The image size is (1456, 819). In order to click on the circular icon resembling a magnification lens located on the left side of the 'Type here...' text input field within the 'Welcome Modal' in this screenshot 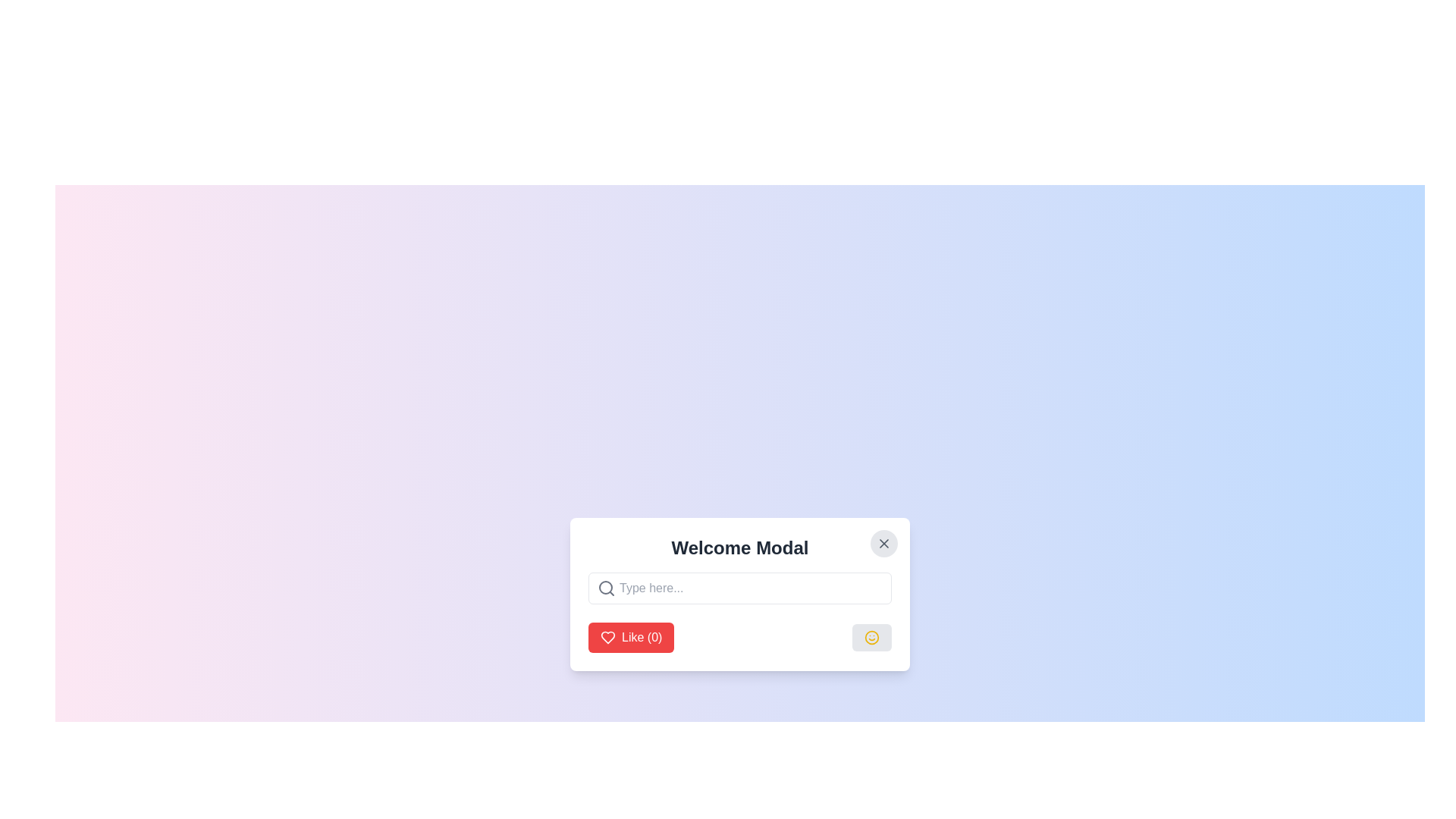, I will do `click(604, 587)`.